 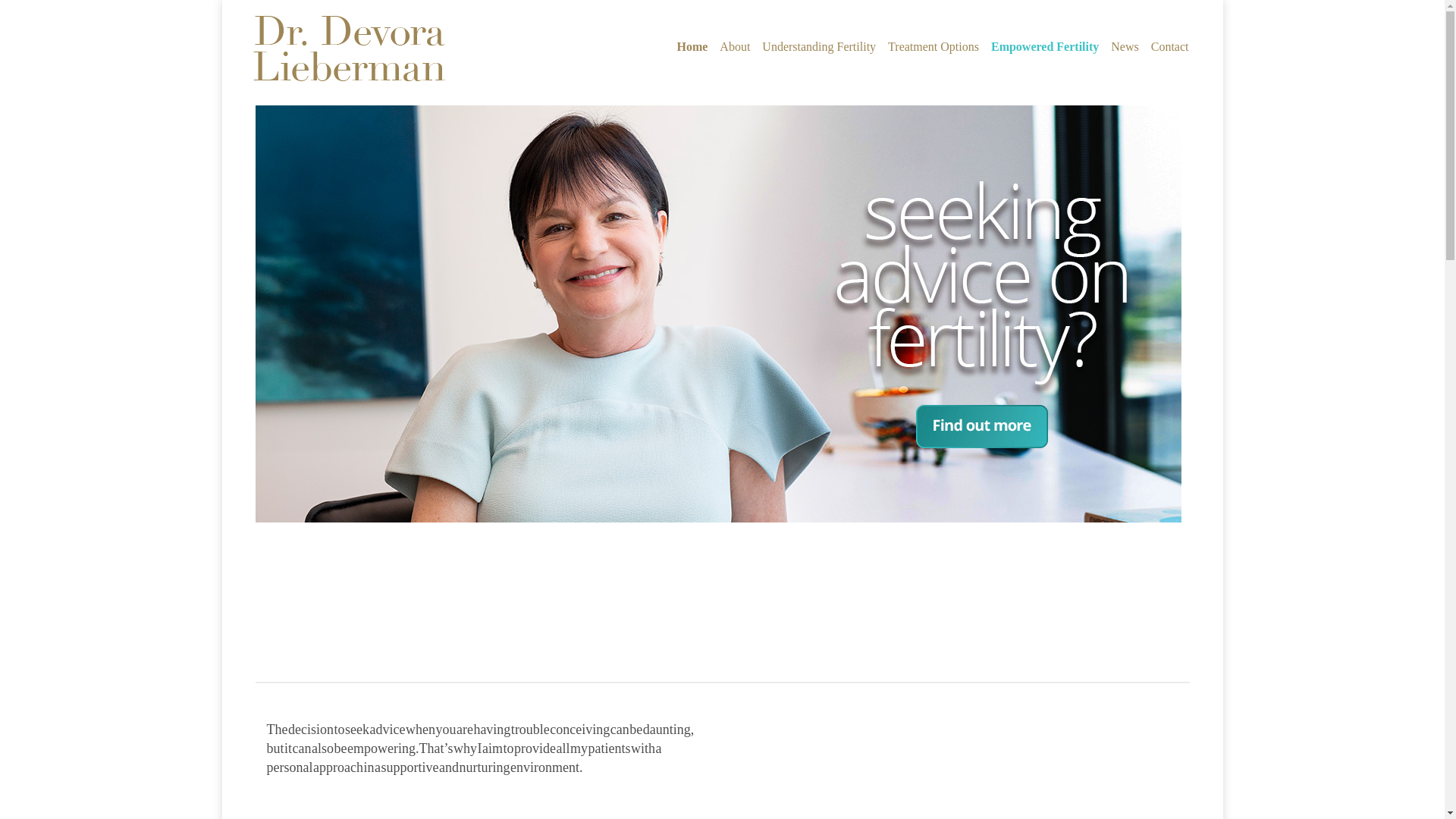 What do you see at coordinates (932, 46) in the screenshot?
I see `'Treatment Options'` at bounding box center [932, 46].